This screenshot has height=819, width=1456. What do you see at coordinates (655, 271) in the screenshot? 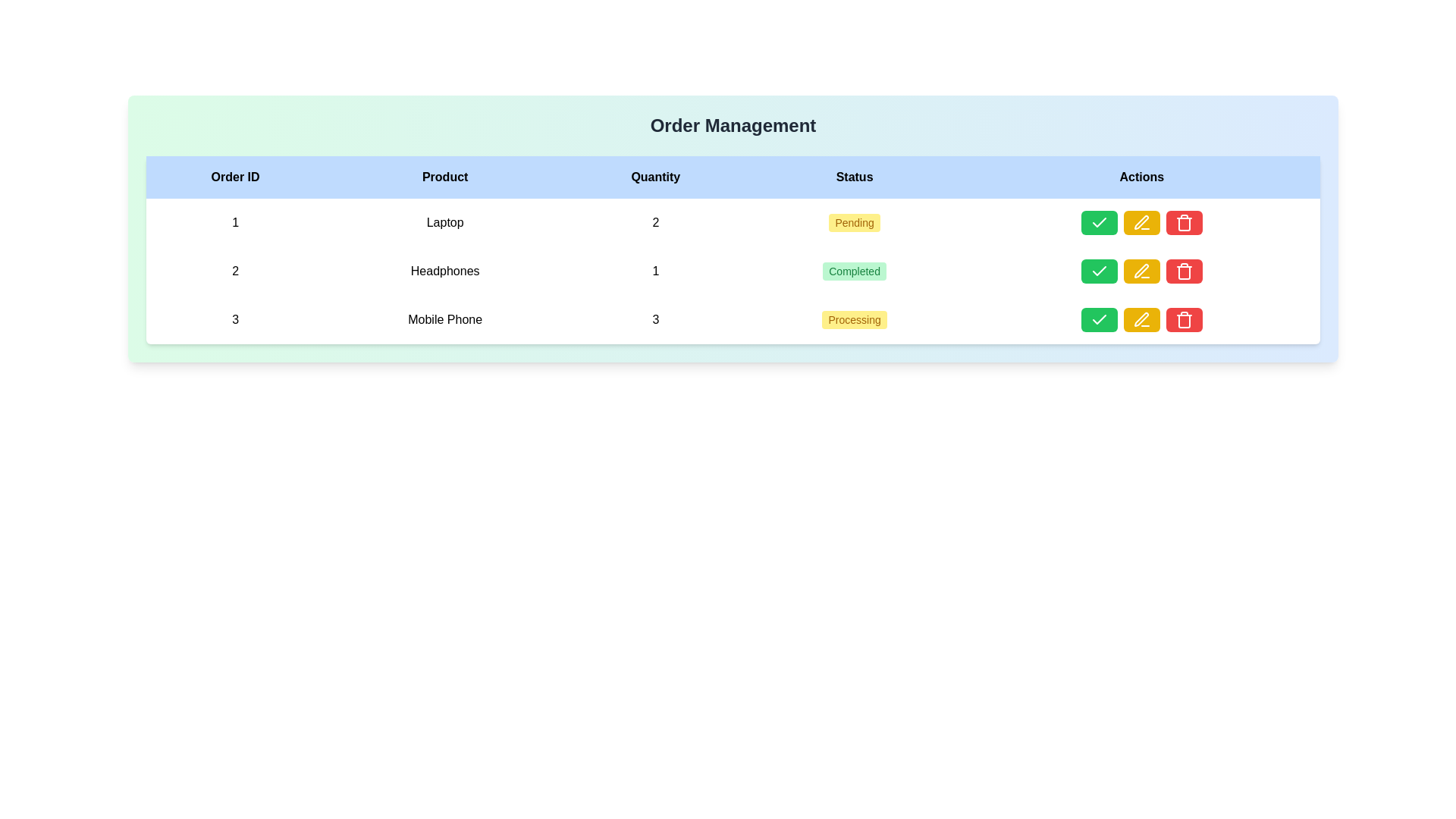
I see `the numeric value '1' in the 'Quantity' column of the order management table, located in the second row and third column, which is situated between 'Headphones' and 'Completed'` at bounding box center [655, 271].